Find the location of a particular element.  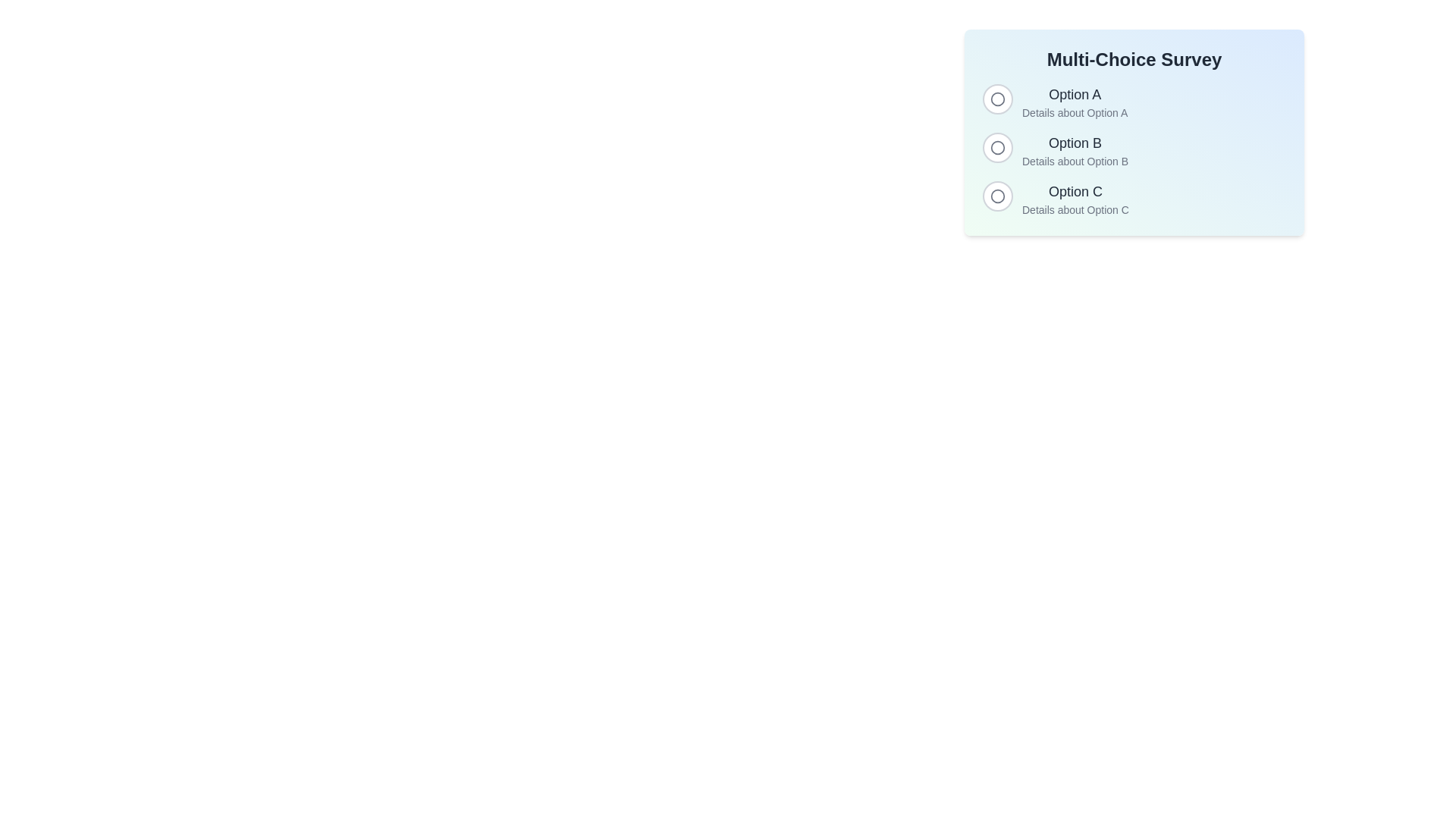

the rich text label that displays information about the second option in a multi-choice selection interface, located between 'Option A' and 'Option C' is located at coordinates (1075, 151).